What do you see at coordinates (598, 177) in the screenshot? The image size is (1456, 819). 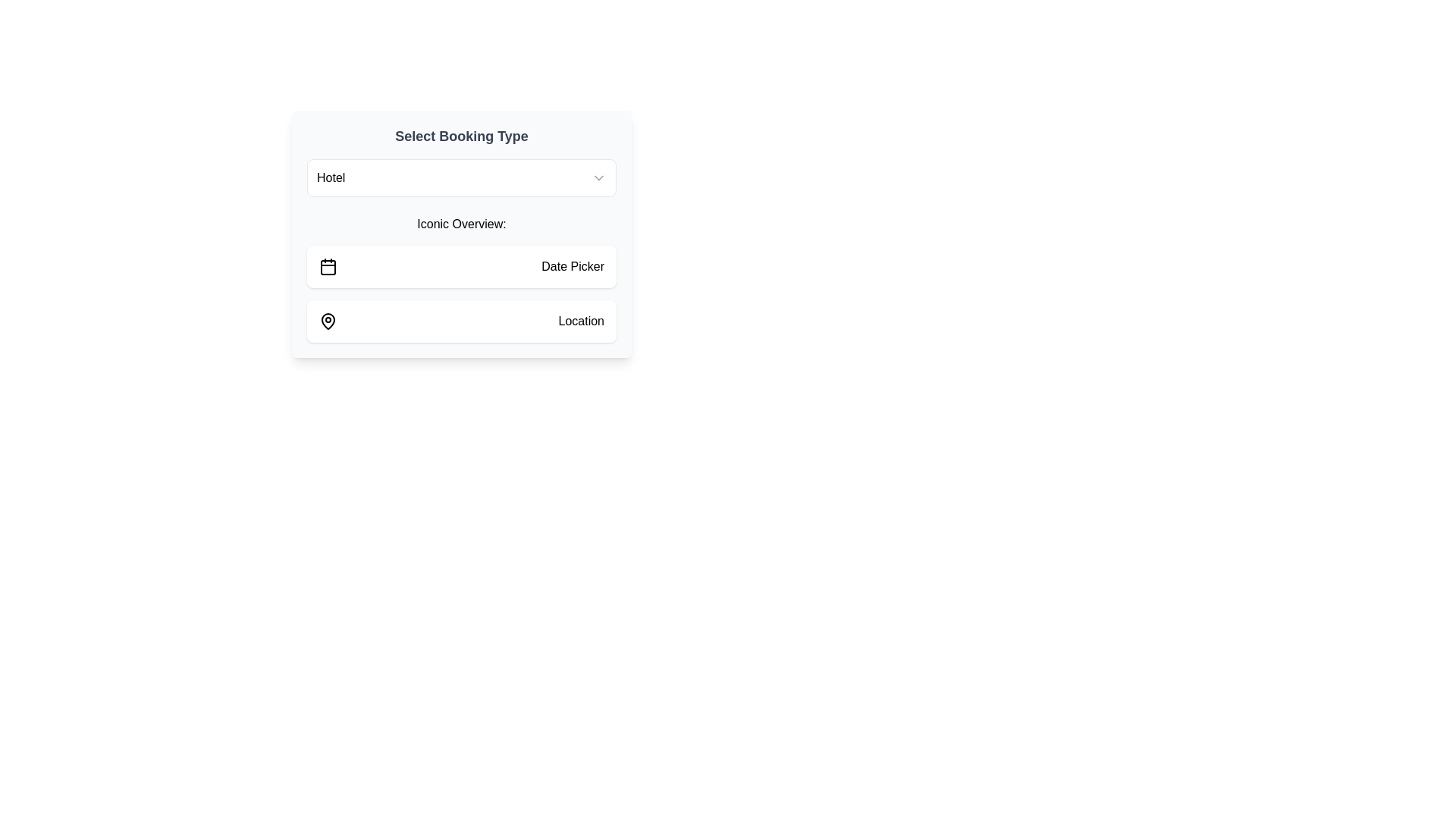 I see `the downward arrow SVG icon representing a dropdown toggle` at bounding box center [598, 177].